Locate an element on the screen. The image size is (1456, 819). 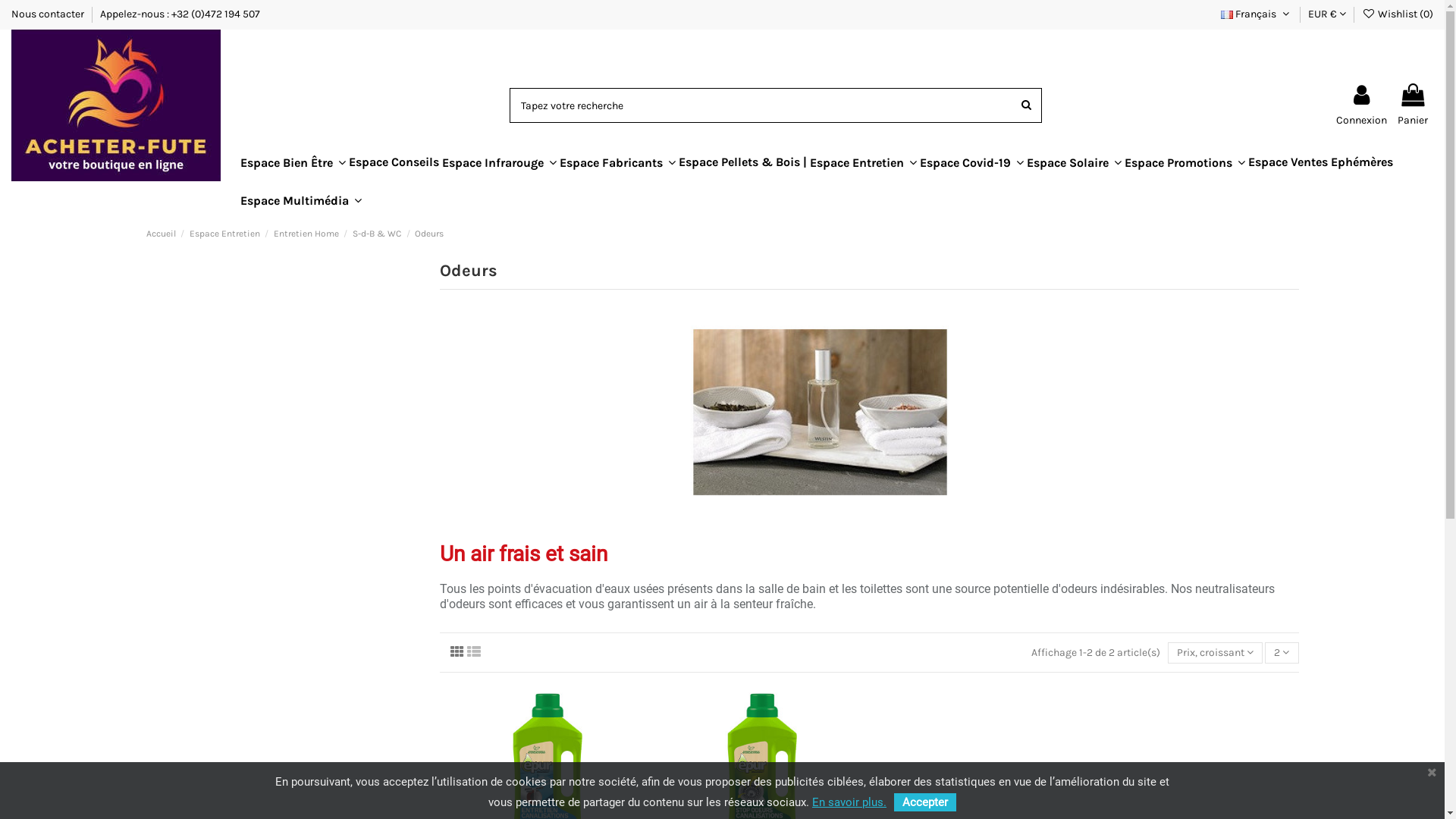
'Espace Fabricants' is located at coordinates (617, 162).